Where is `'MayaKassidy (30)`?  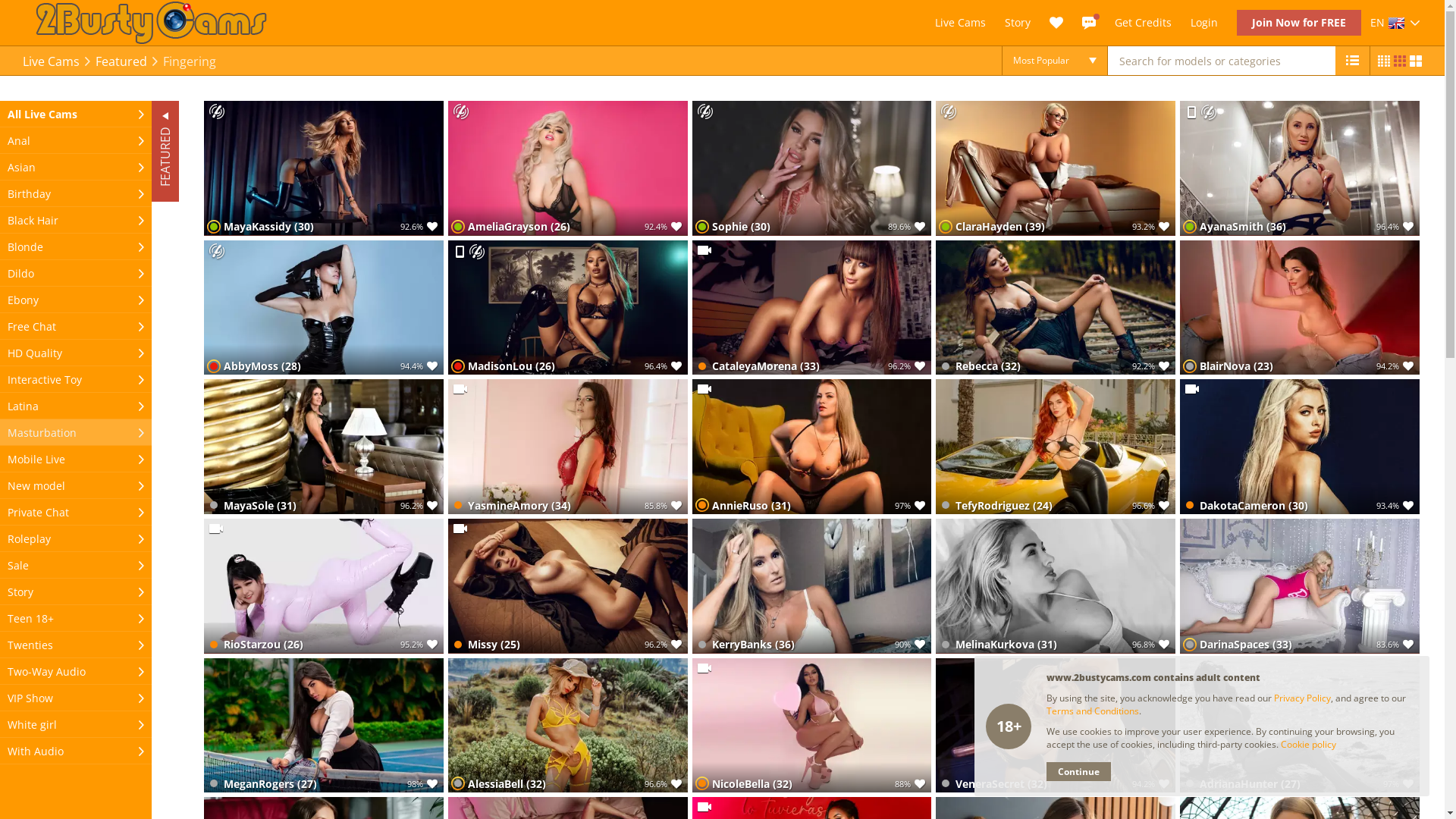 'MayaKassidy (30) is located at coordinates (323, 168).